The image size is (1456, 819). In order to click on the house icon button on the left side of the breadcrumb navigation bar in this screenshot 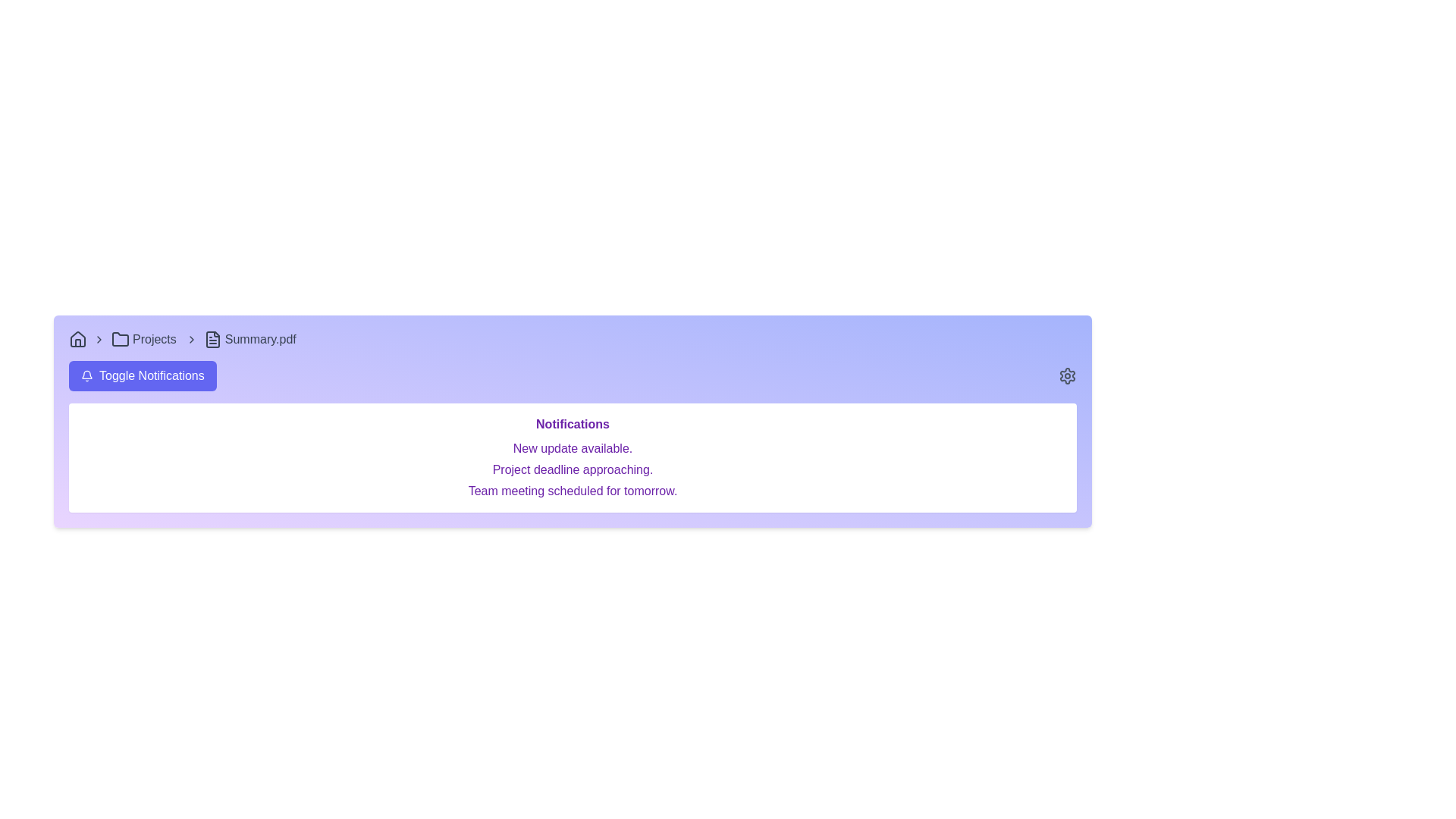, I will do `click(77, 338)`.